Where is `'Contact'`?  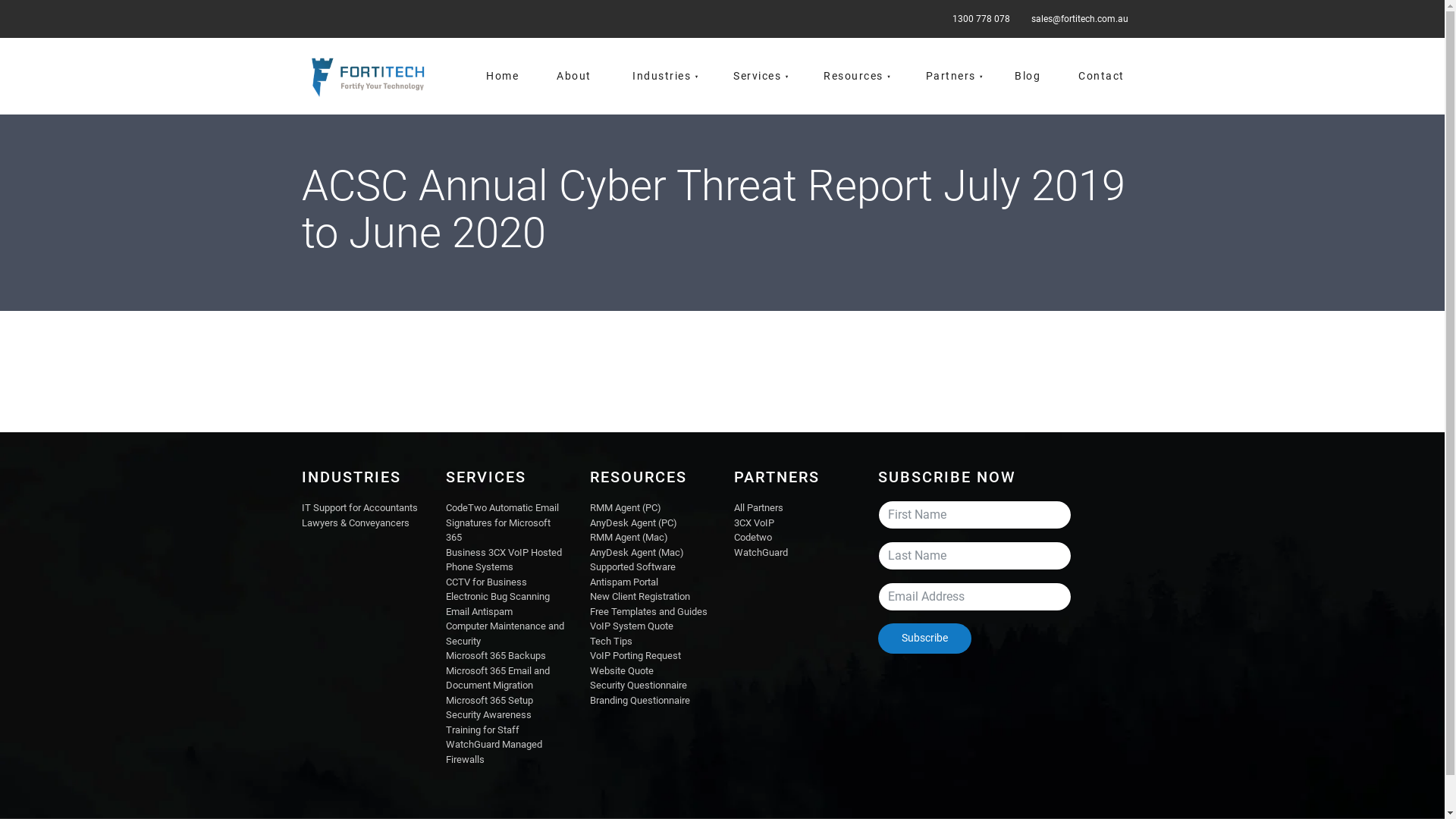
'Contact' is located at coordinates (1101, 76).